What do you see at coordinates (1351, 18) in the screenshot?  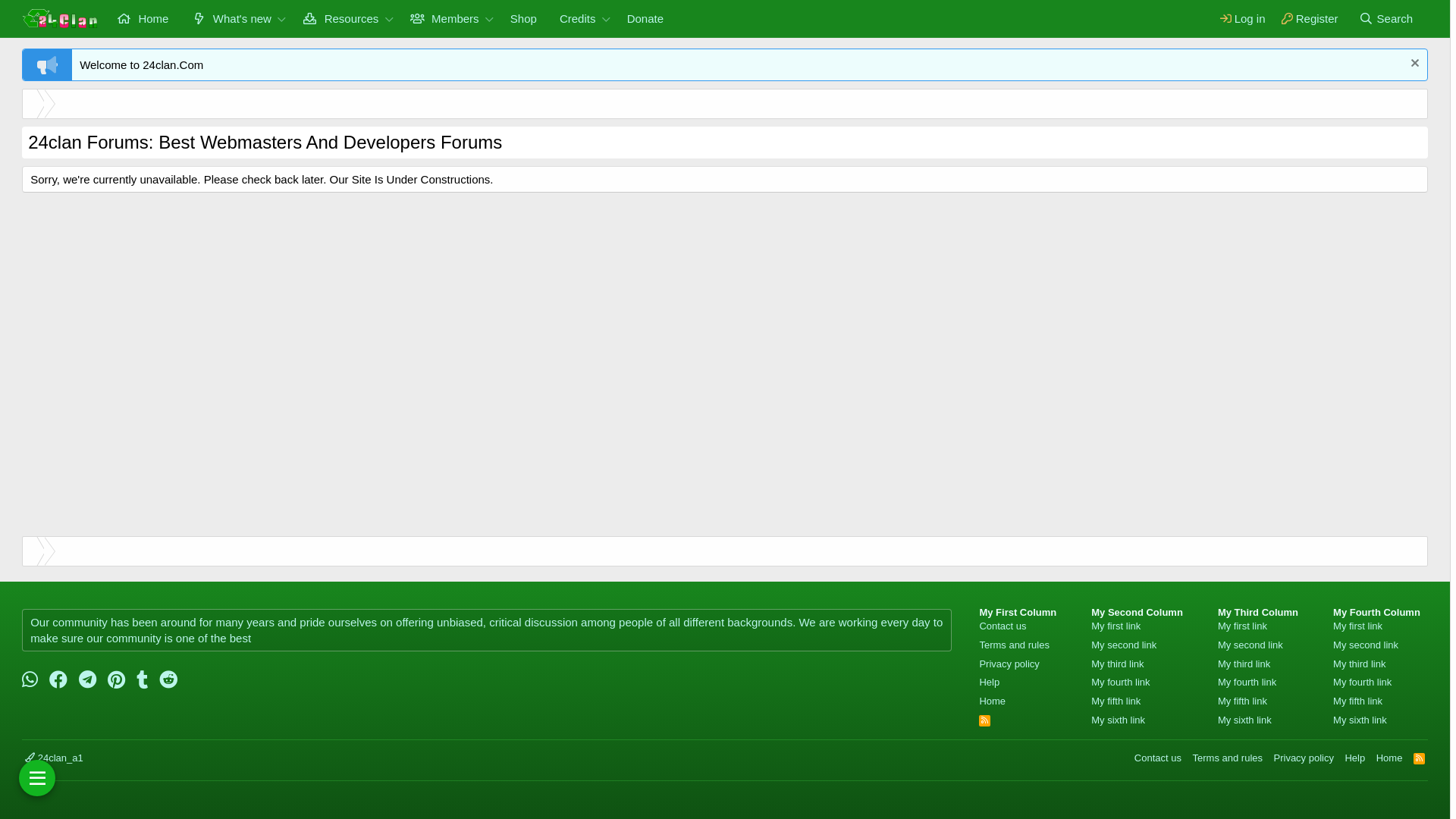 I see `'Search'` at bounding box center [1351, 18].